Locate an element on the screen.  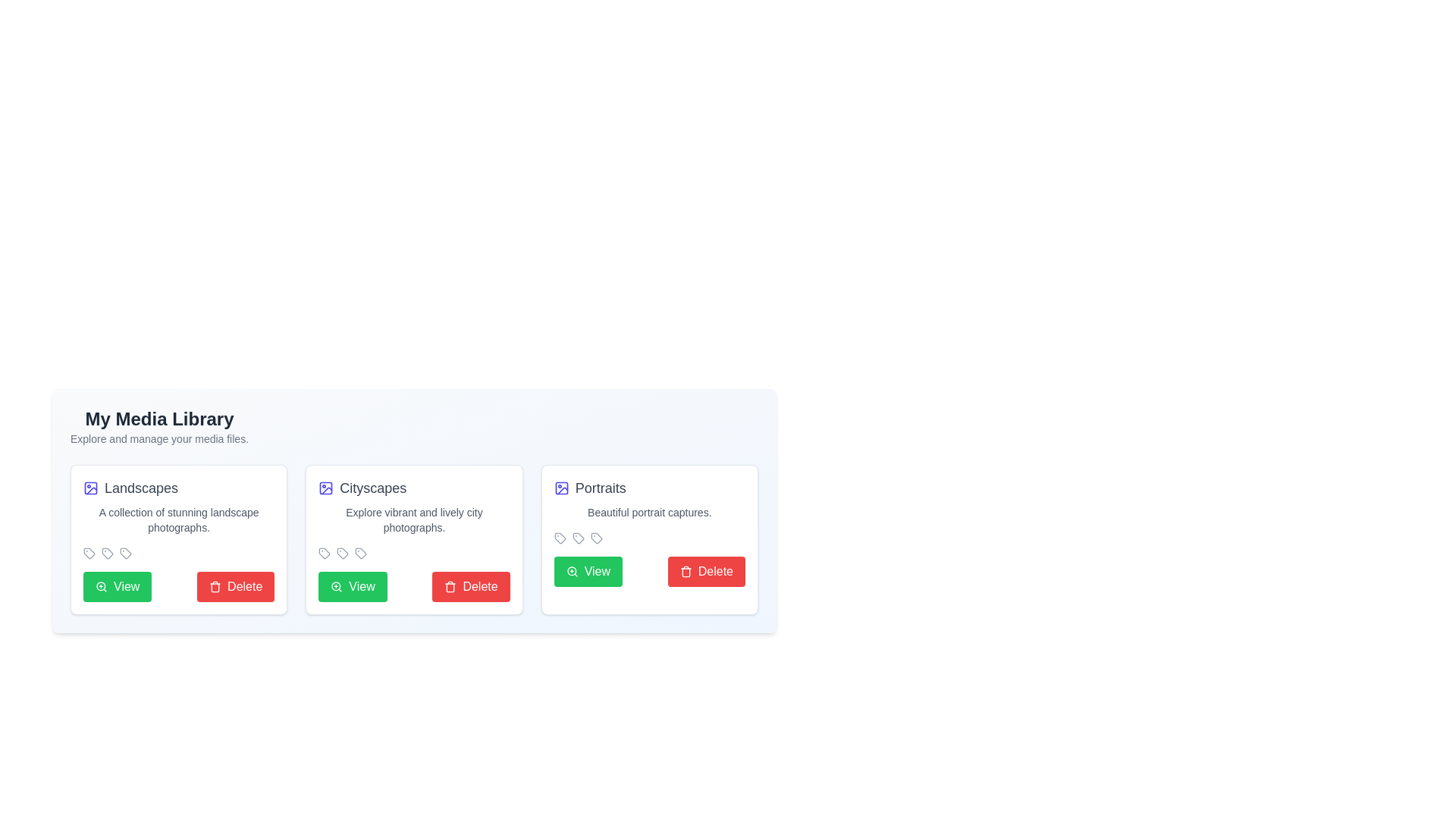
text label displaying 'Beautiful portrait captures.' which is located under the heading 'Portraits' in the card layout is located at coordinates (649, 512).